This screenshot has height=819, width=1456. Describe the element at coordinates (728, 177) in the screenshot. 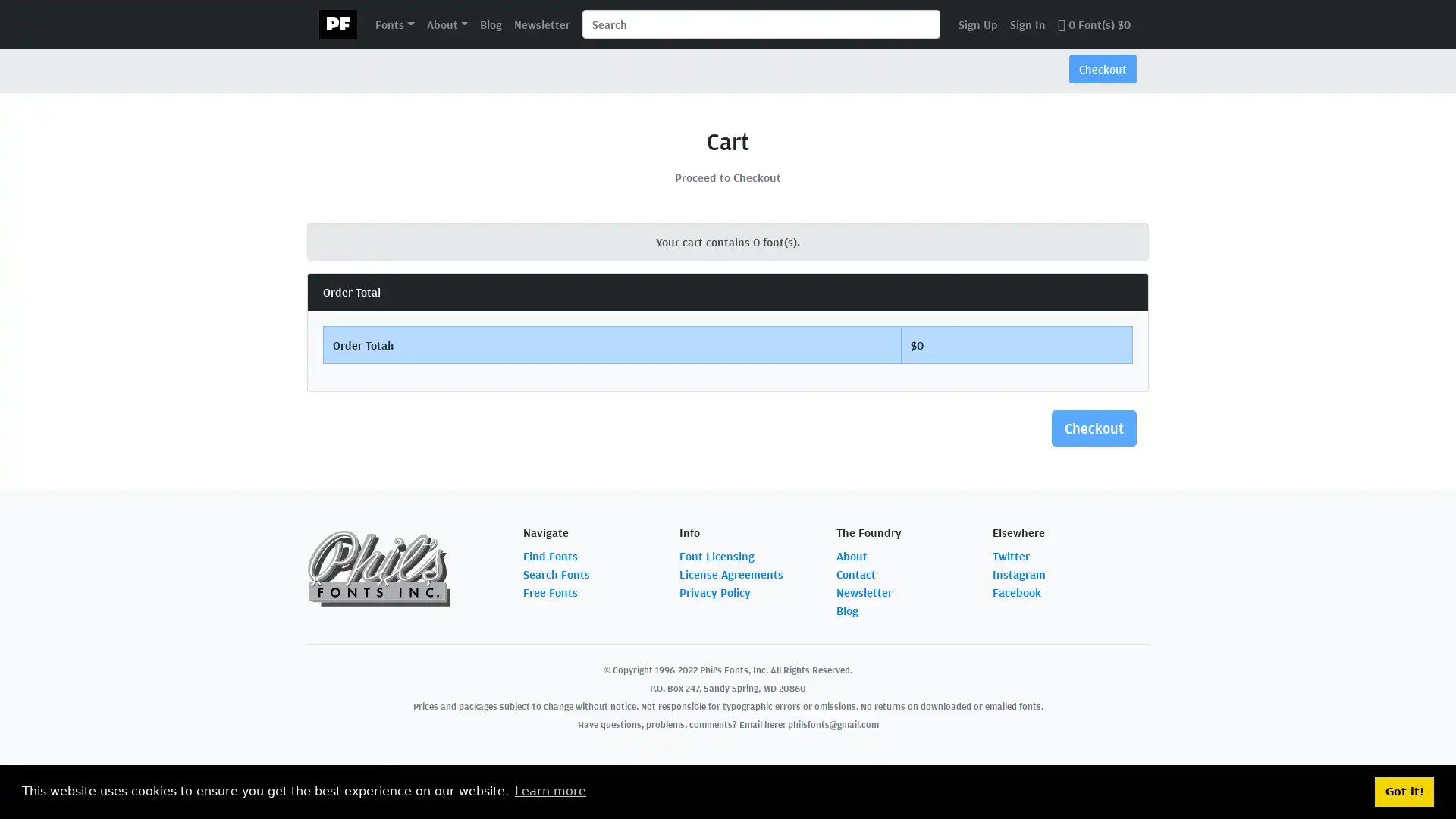

I see `Proceed to Checkout` at that location.